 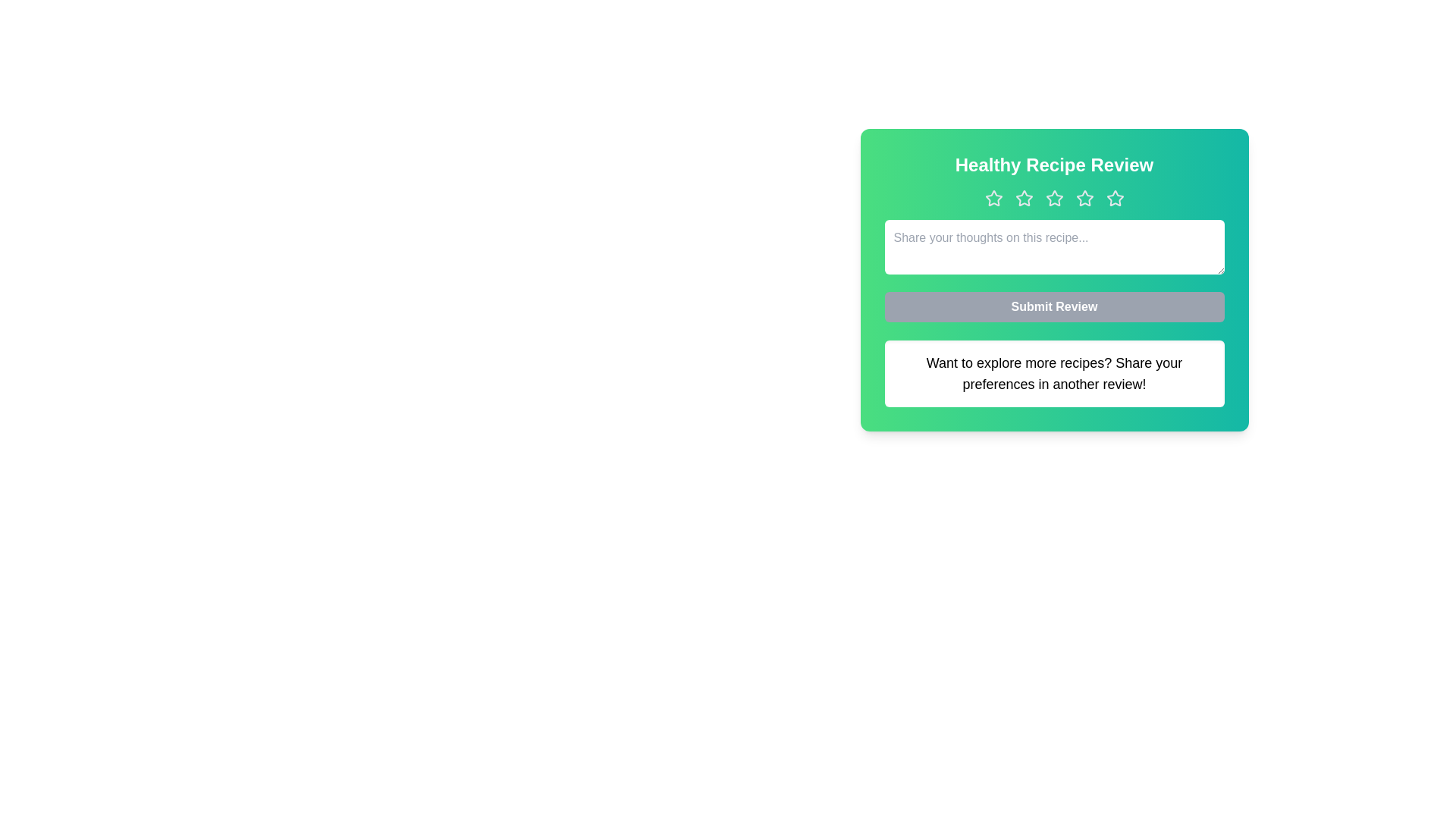 I want to click on the 'Submit Review' button, so click(x=1053, y=307).